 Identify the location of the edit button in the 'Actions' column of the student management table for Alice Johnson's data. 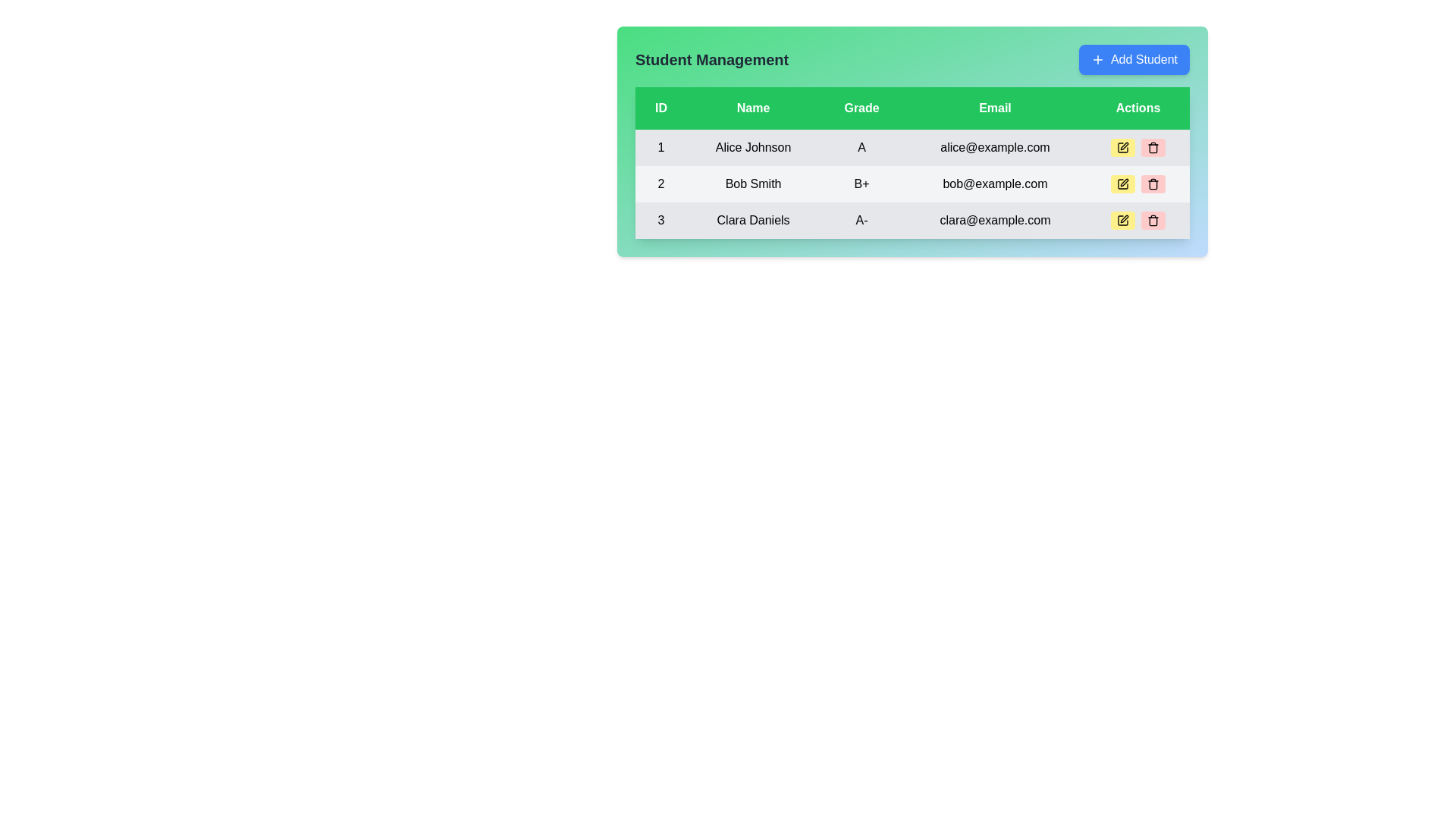
(1122, 148).